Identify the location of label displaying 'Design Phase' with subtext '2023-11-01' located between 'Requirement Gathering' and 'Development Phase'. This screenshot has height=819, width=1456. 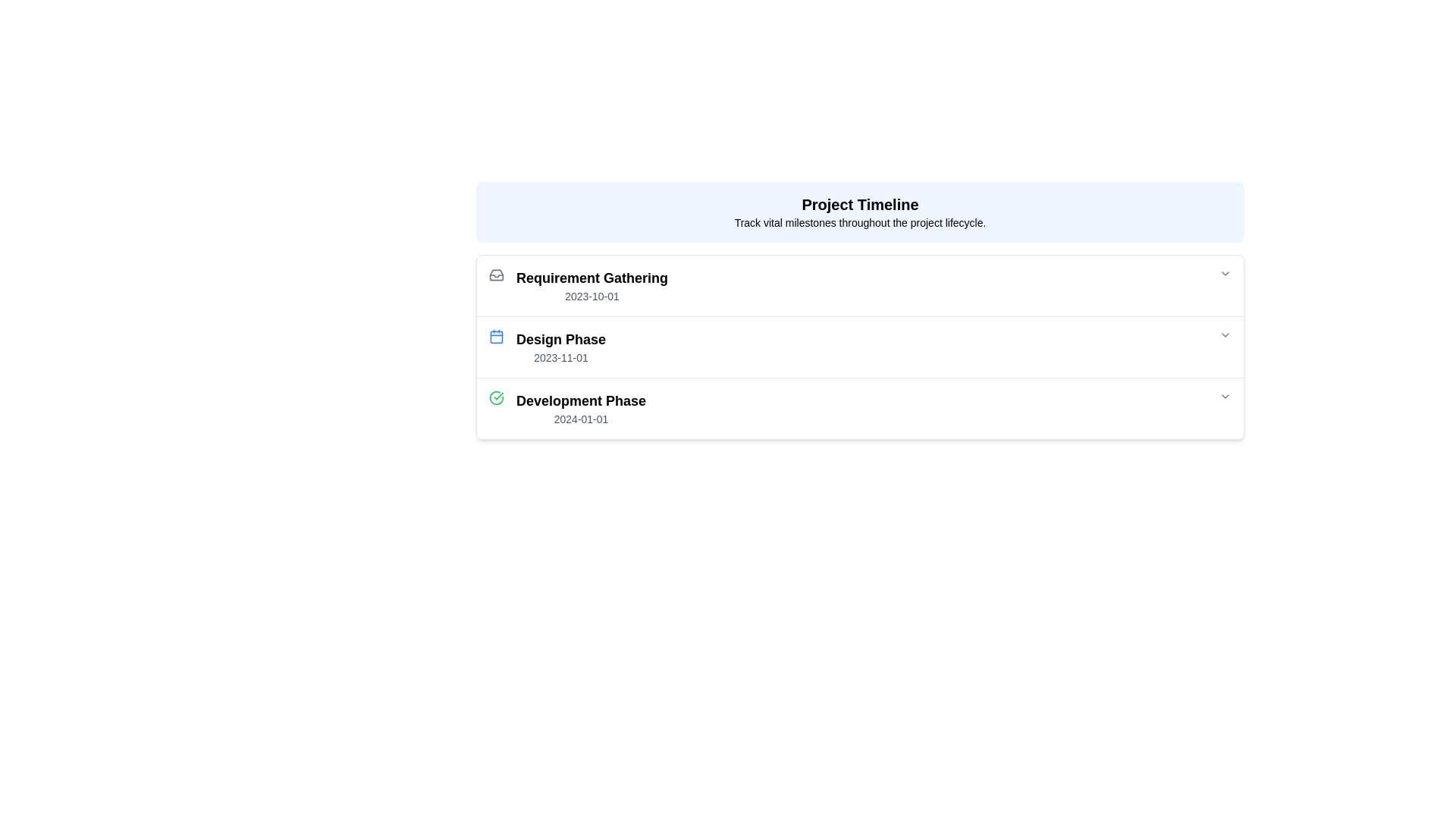
(560, 347).